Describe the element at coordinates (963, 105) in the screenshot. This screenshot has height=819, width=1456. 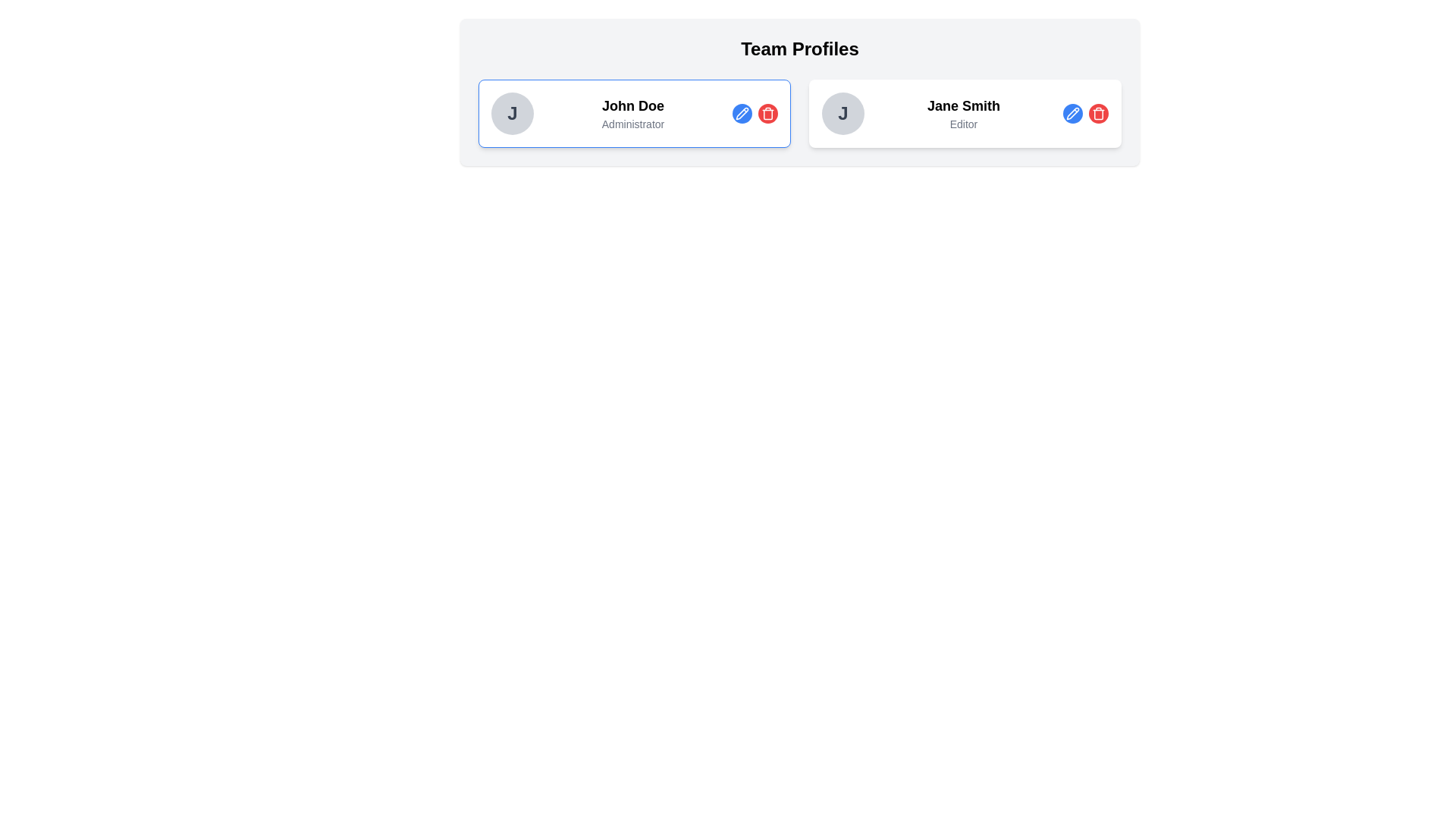
I see `the text label 'Jane Smith' located` at that location.